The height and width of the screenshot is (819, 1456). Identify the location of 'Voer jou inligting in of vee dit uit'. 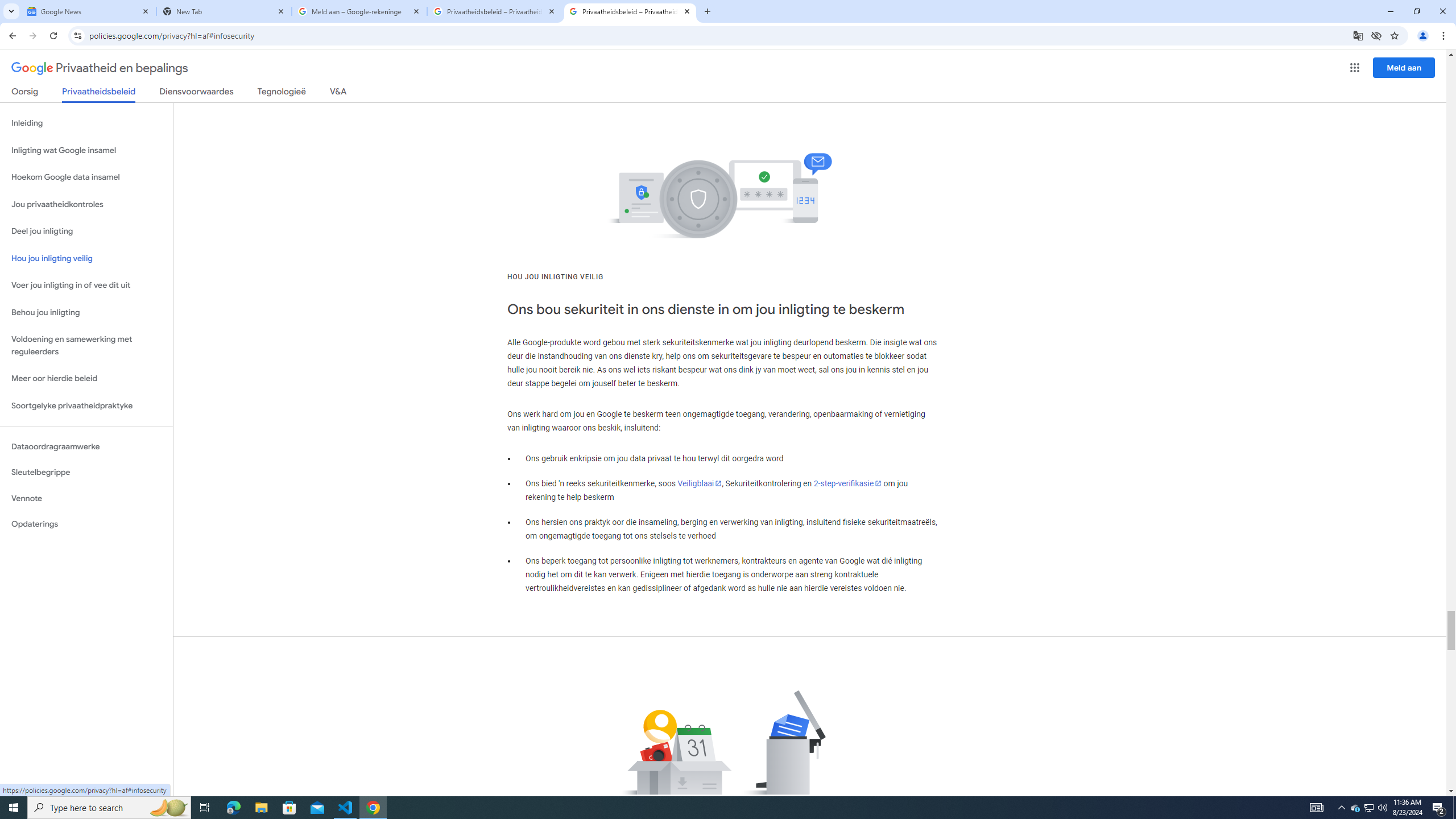
(86, 285).